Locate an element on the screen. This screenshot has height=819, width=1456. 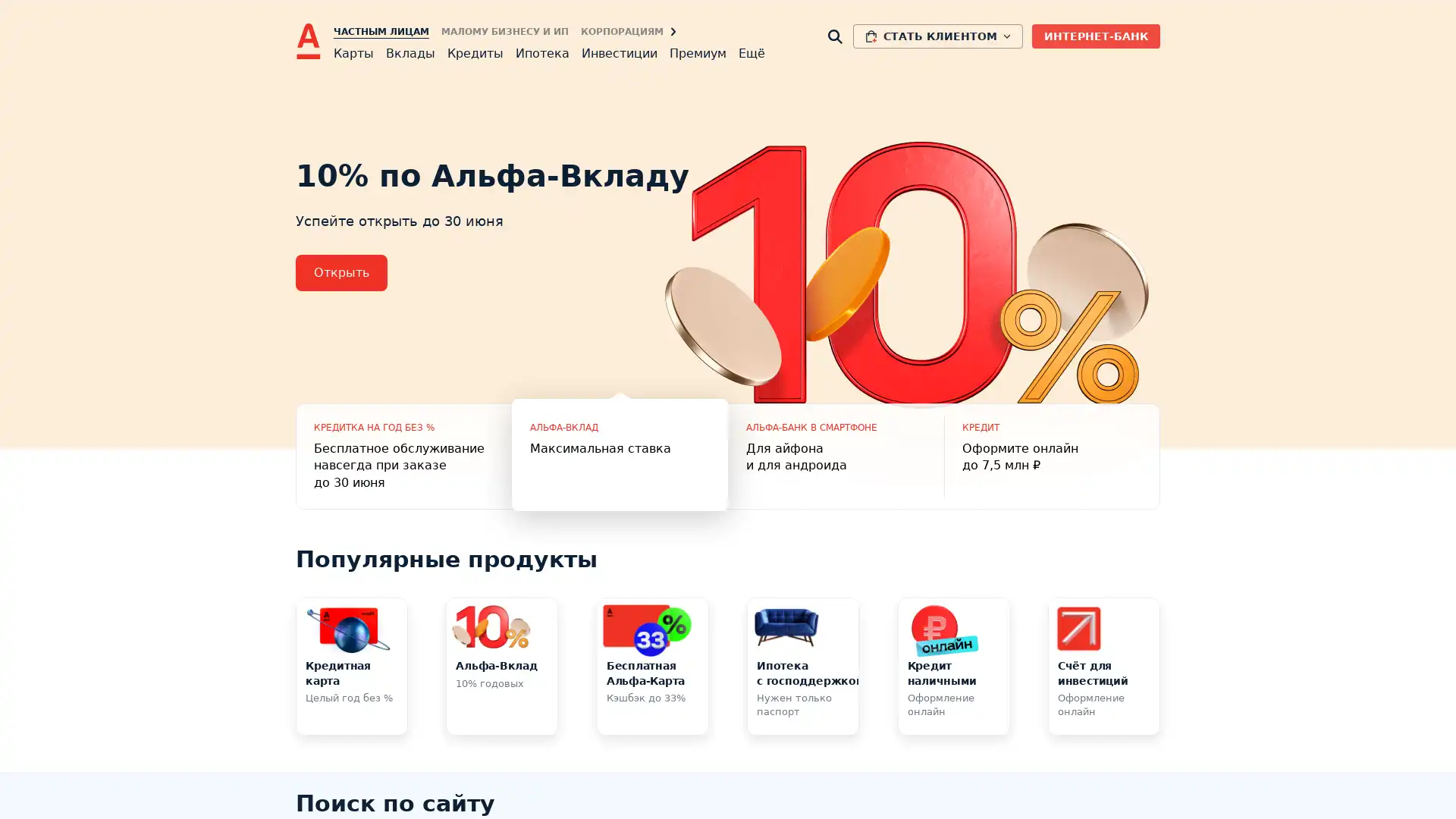
- is located at coordinates (620, 455).